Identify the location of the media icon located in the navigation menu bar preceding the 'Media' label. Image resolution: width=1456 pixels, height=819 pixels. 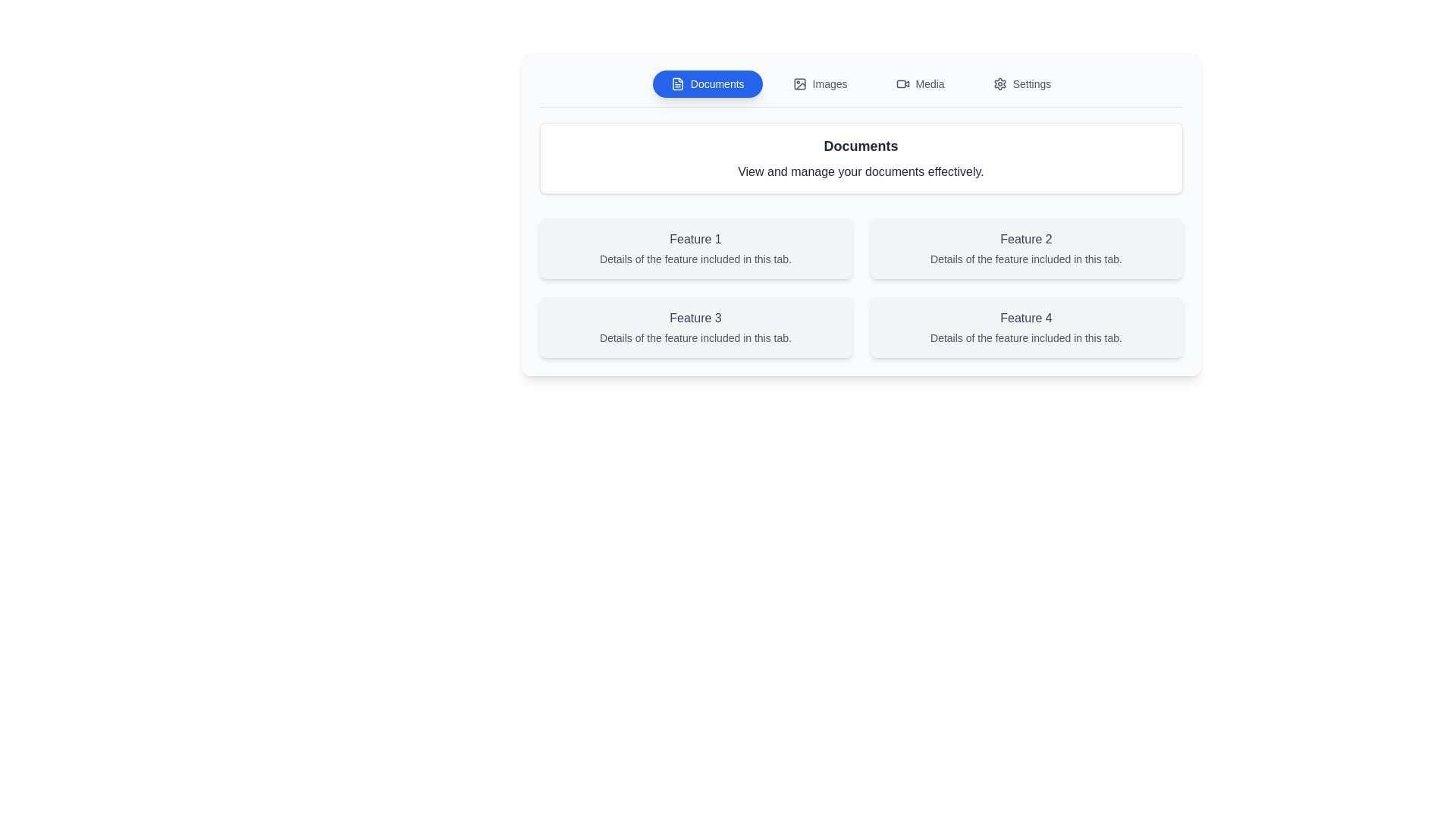
(902, 84).